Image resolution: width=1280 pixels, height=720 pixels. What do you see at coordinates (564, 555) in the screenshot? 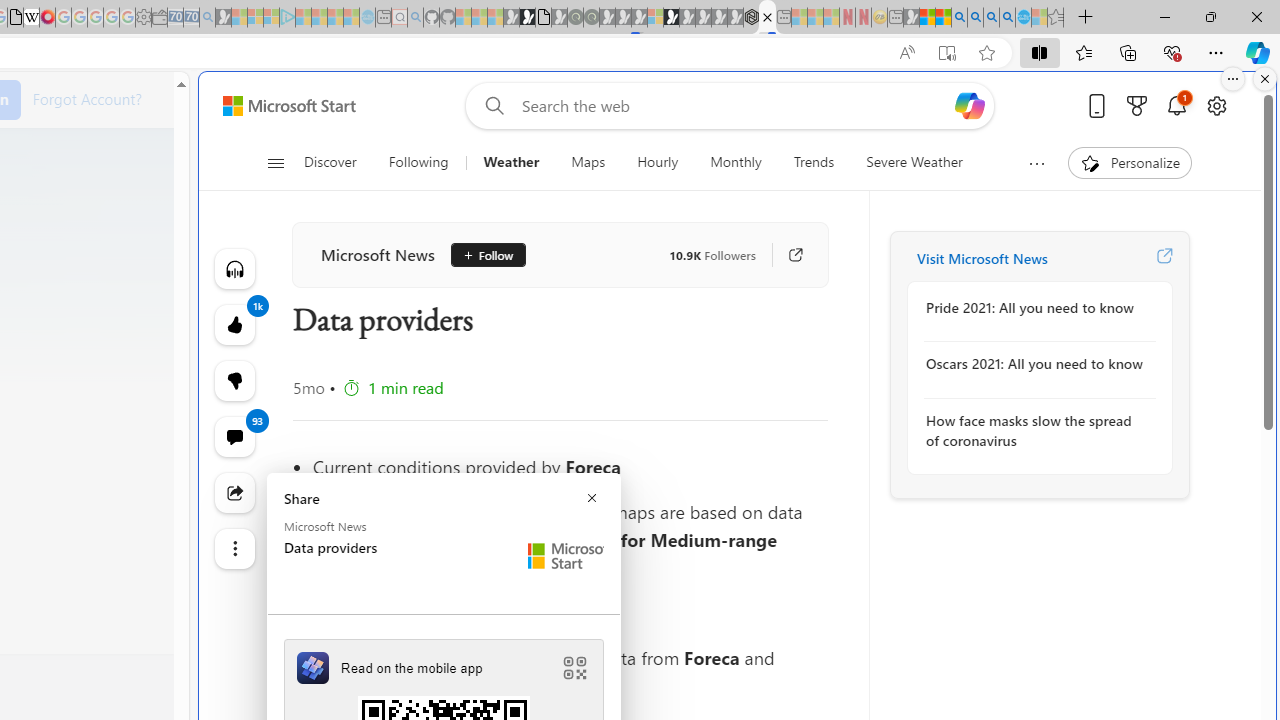
I see `'Microsoft Start Logo'` at bounding box center [564, 555].